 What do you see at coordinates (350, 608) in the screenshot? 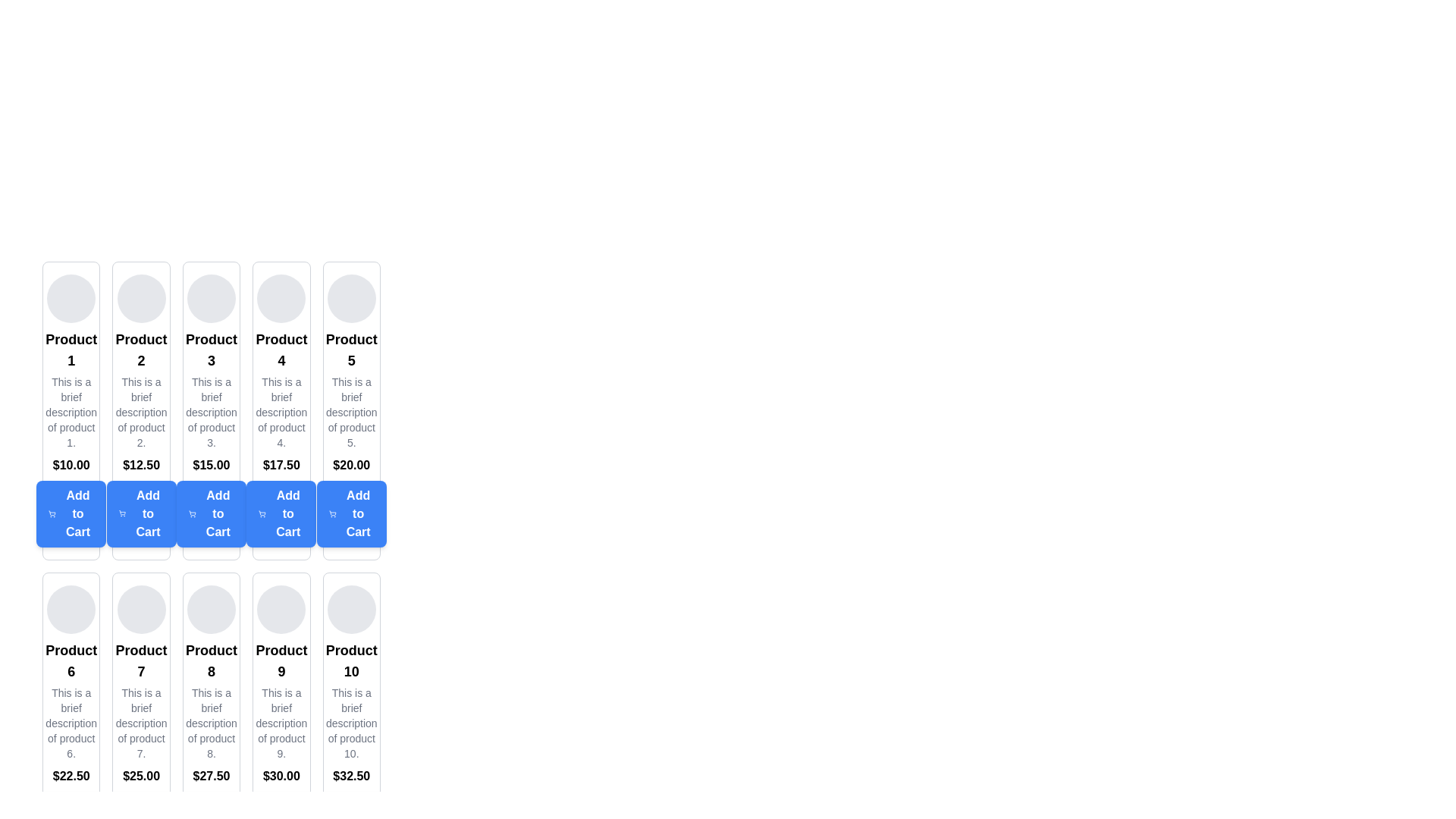
I see `the circular, light gray image placeholder at the top of the 'Product 10' card in the tenth column of the grid layout` at bounding box center [350, 608].